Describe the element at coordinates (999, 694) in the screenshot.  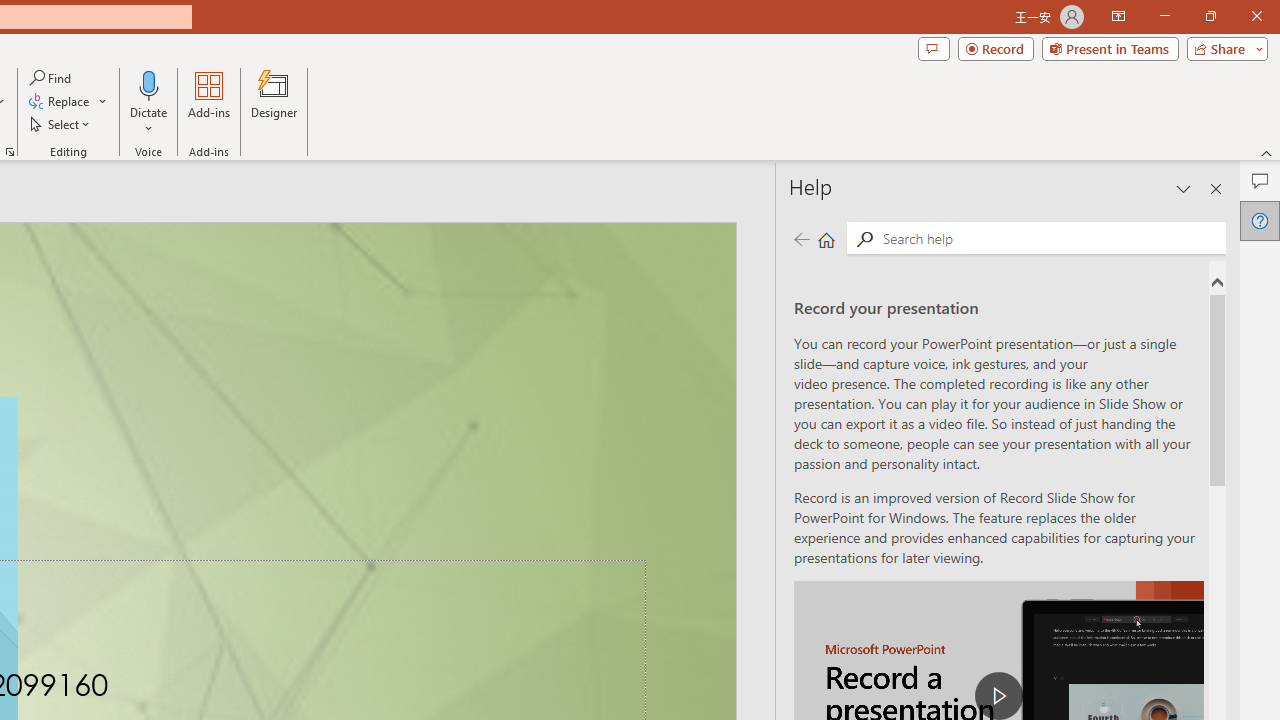
I see `'play Record a Presentation'` at that location.